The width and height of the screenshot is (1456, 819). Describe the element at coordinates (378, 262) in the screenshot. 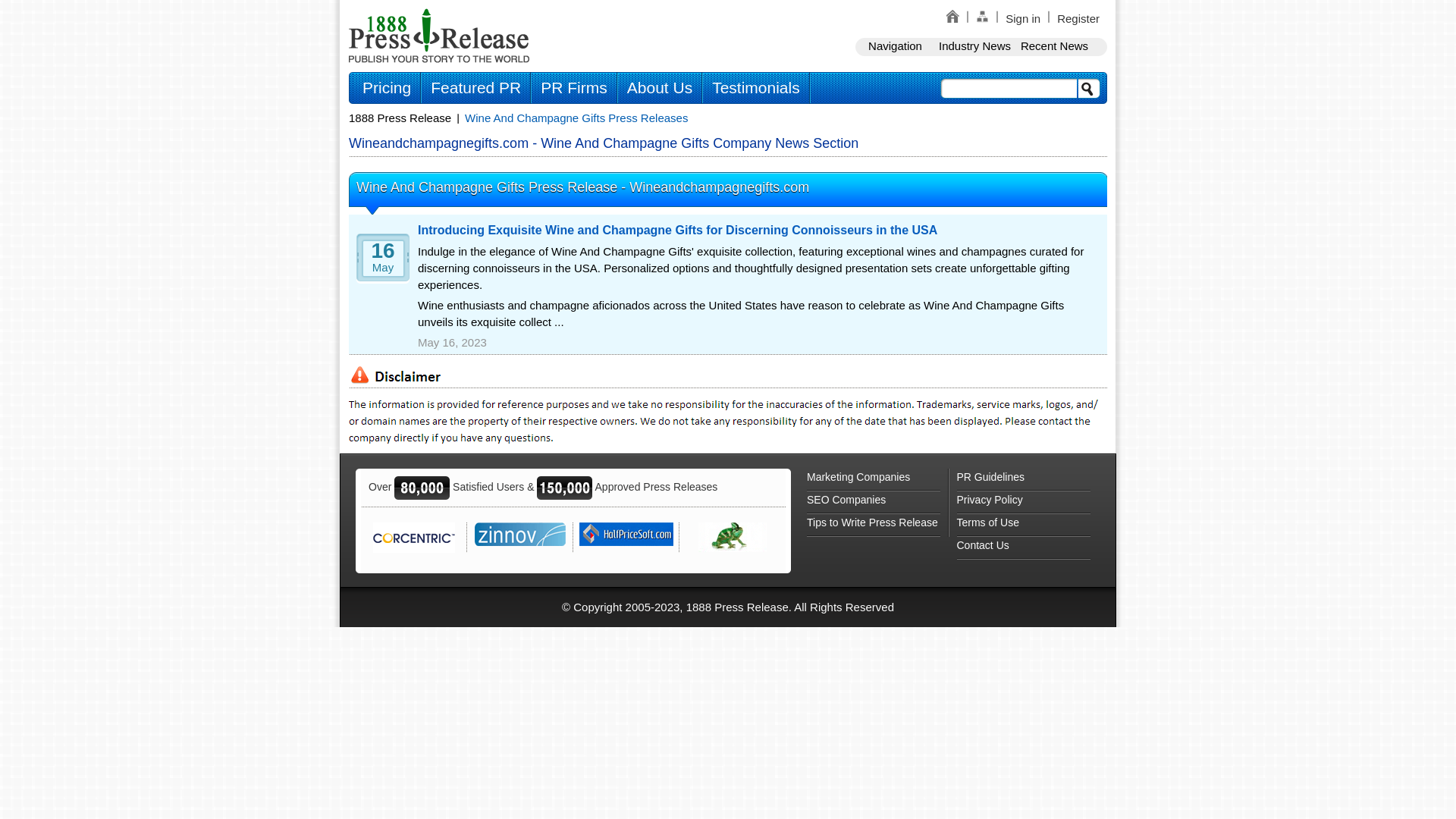

I see `'16` at that location.